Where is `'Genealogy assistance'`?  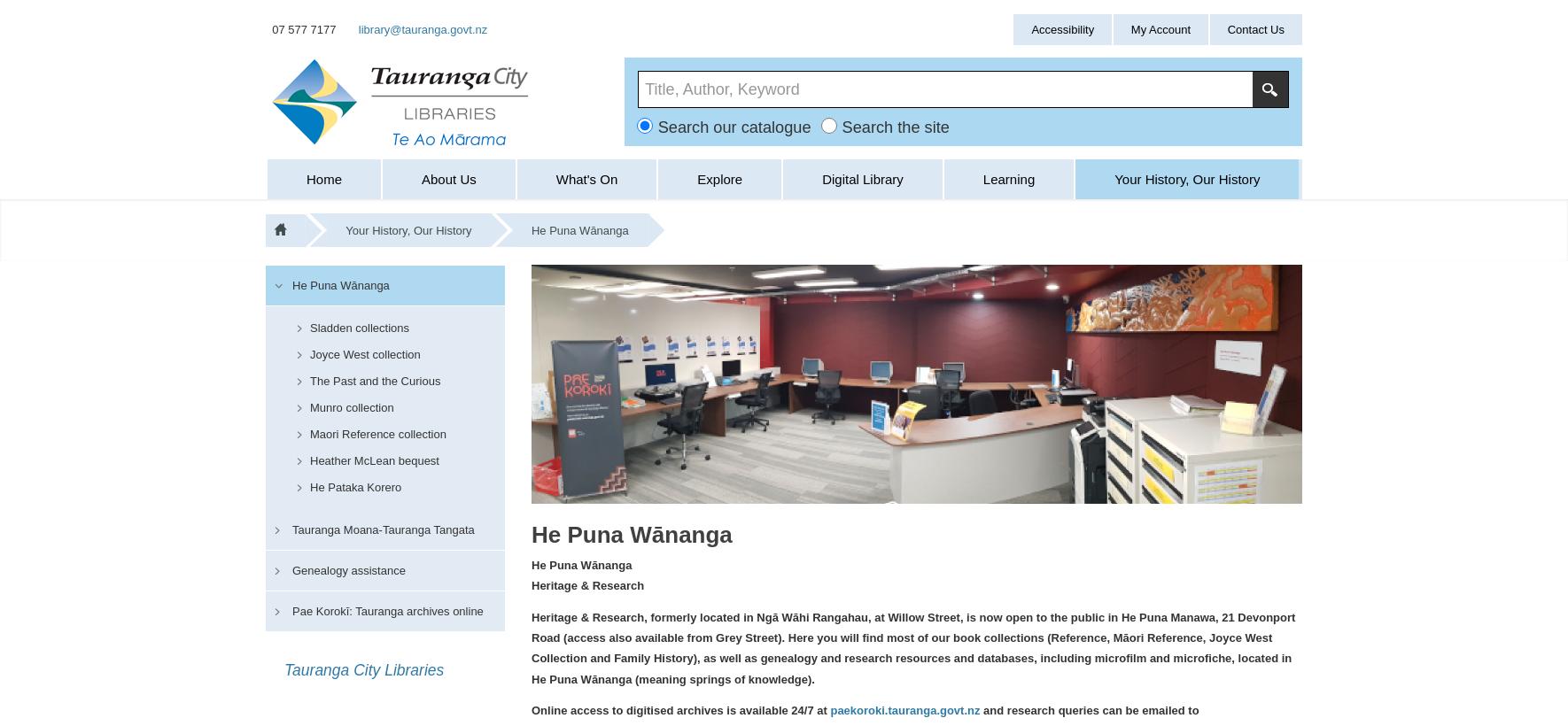 'Genealogy assistance' is located at coordinates (347, 568).